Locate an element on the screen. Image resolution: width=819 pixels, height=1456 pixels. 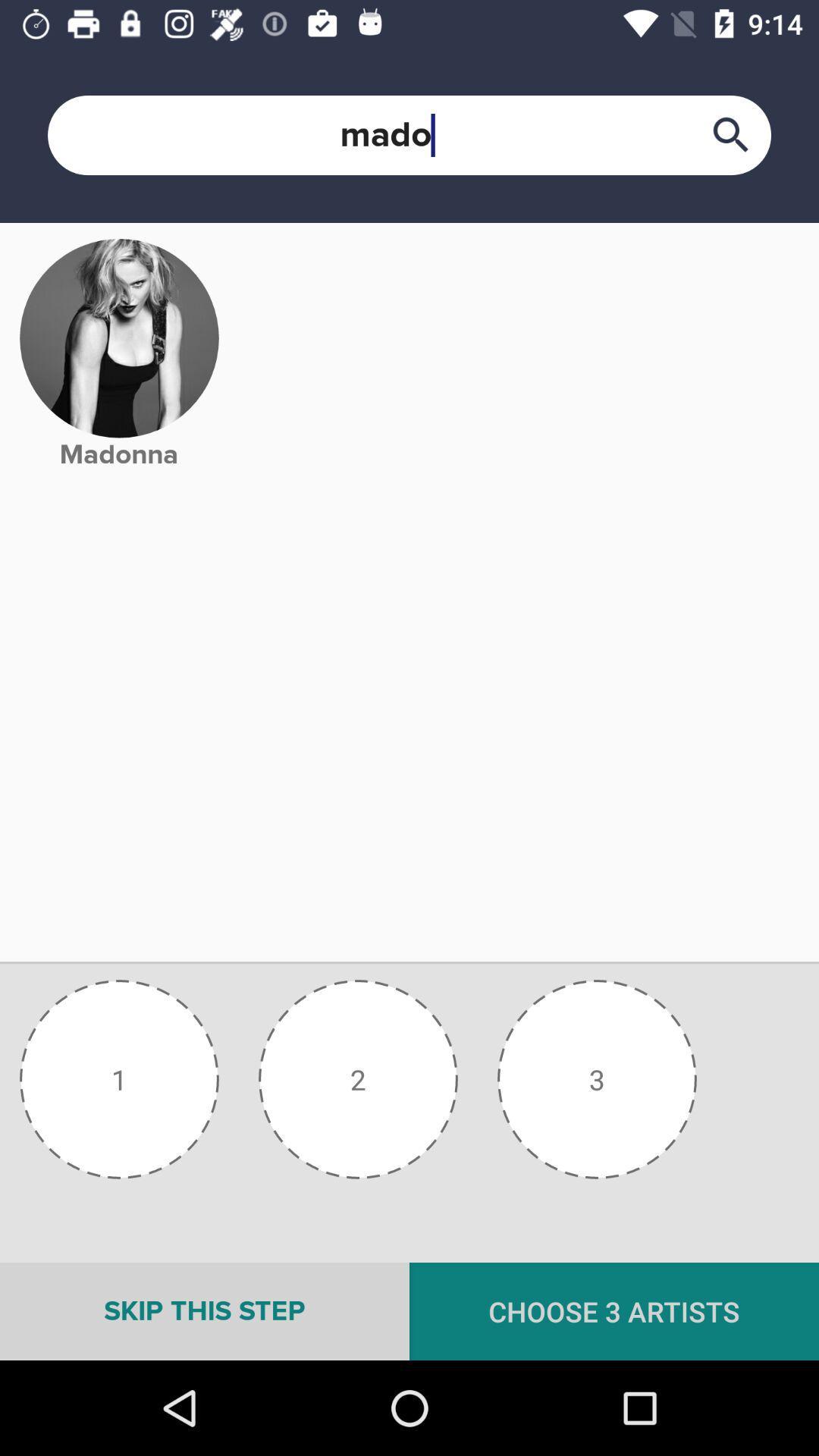
the text box which is above the image is located at coordinates (409, 135).